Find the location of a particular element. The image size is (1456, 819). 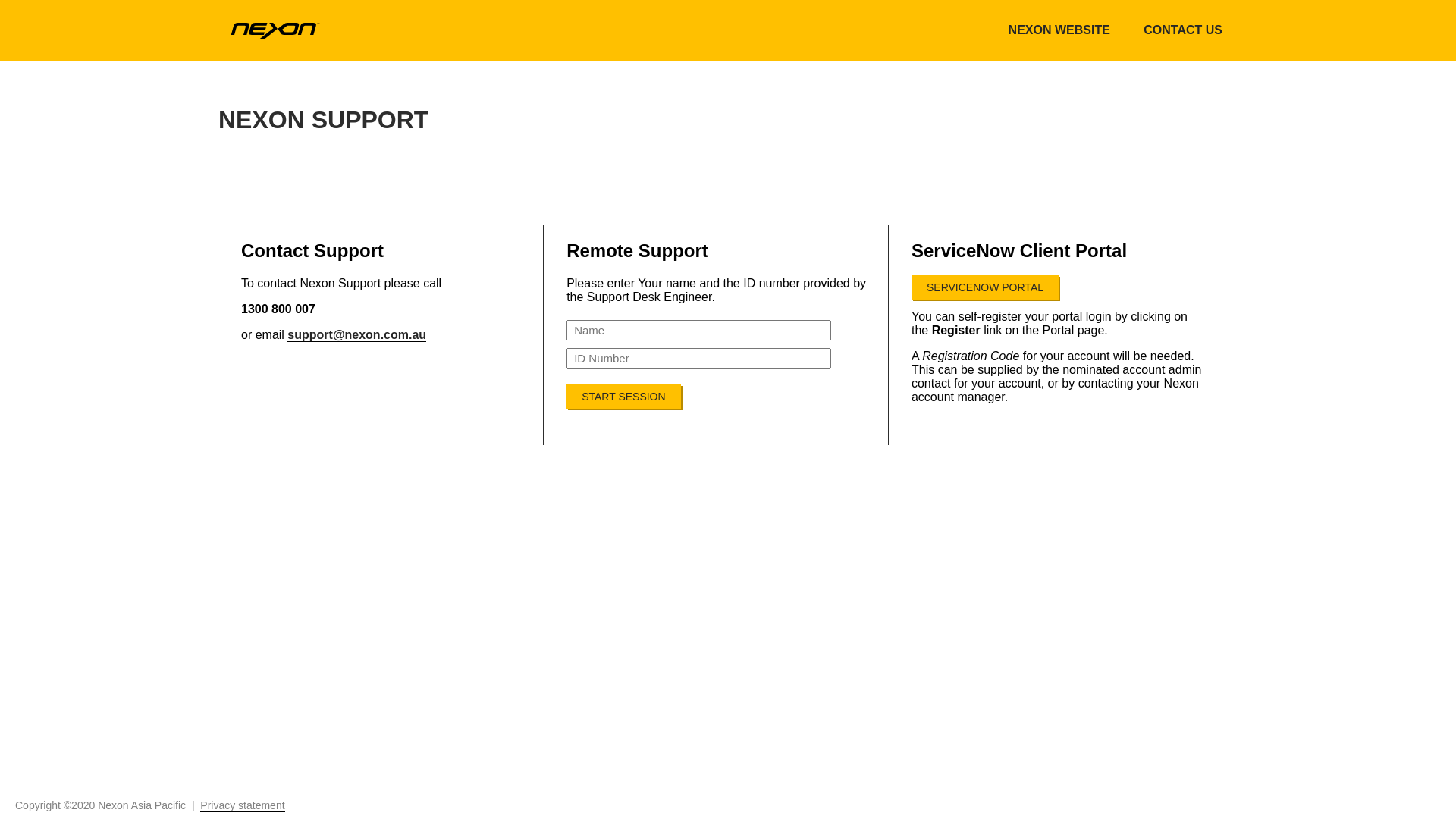

'CONTACT US' is located at coordinates (1182, 30).